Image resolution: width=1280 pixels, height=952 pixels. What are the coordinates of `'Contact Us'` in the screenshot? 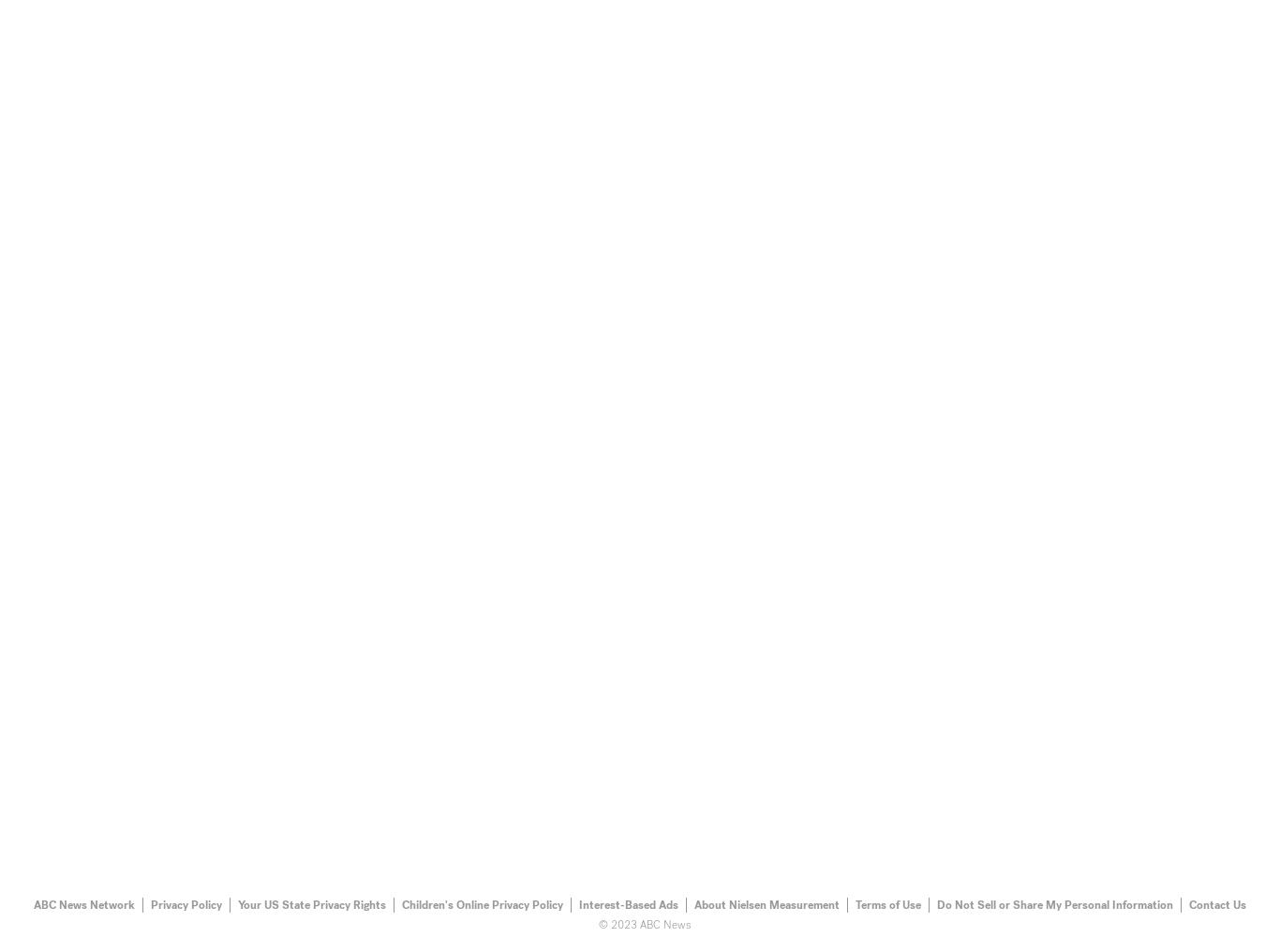 It's located at (1216, 903).